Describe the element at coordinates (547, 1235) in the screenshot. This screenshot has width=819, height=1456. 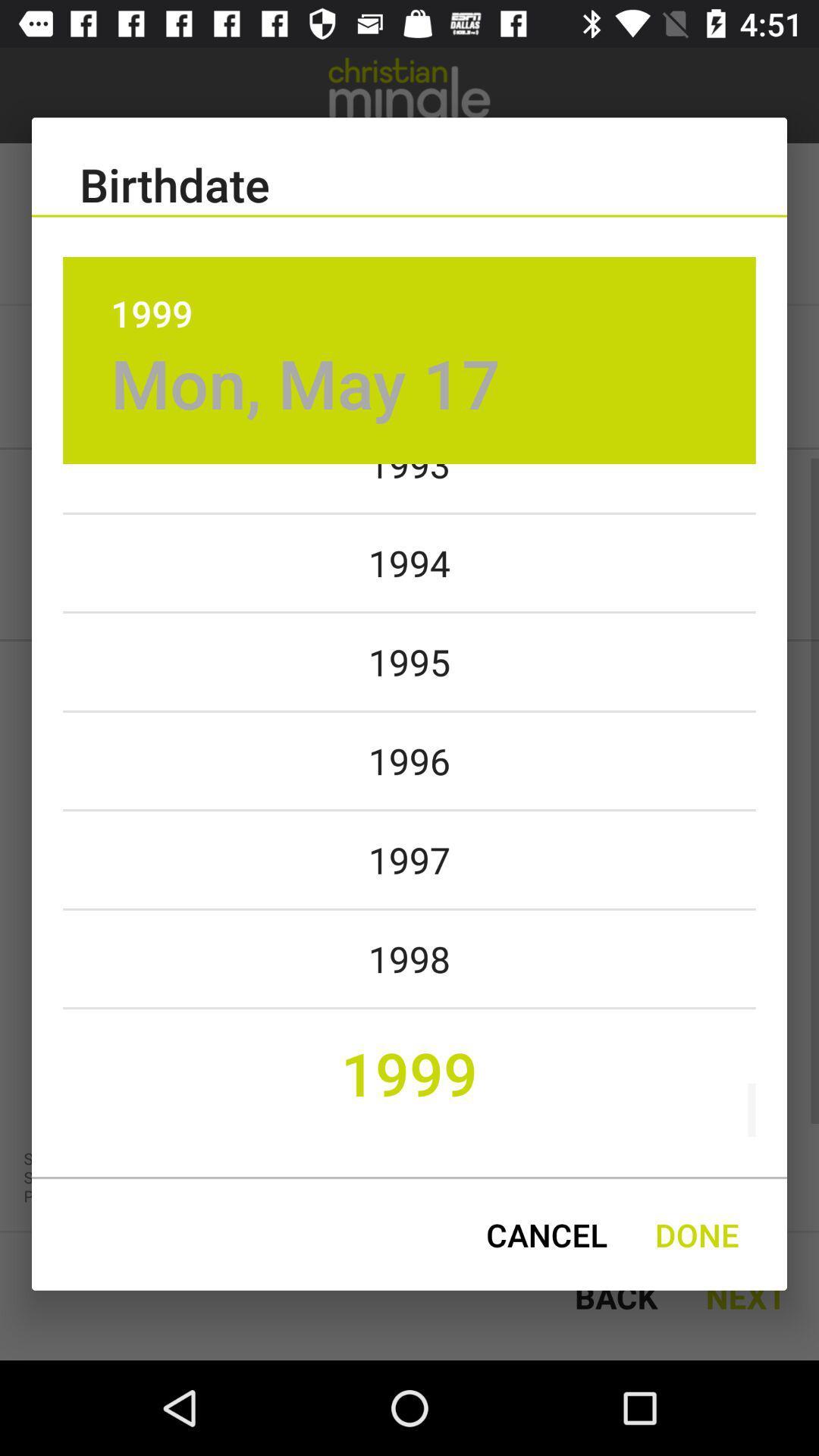
I see `the icon next to the done` at that location.